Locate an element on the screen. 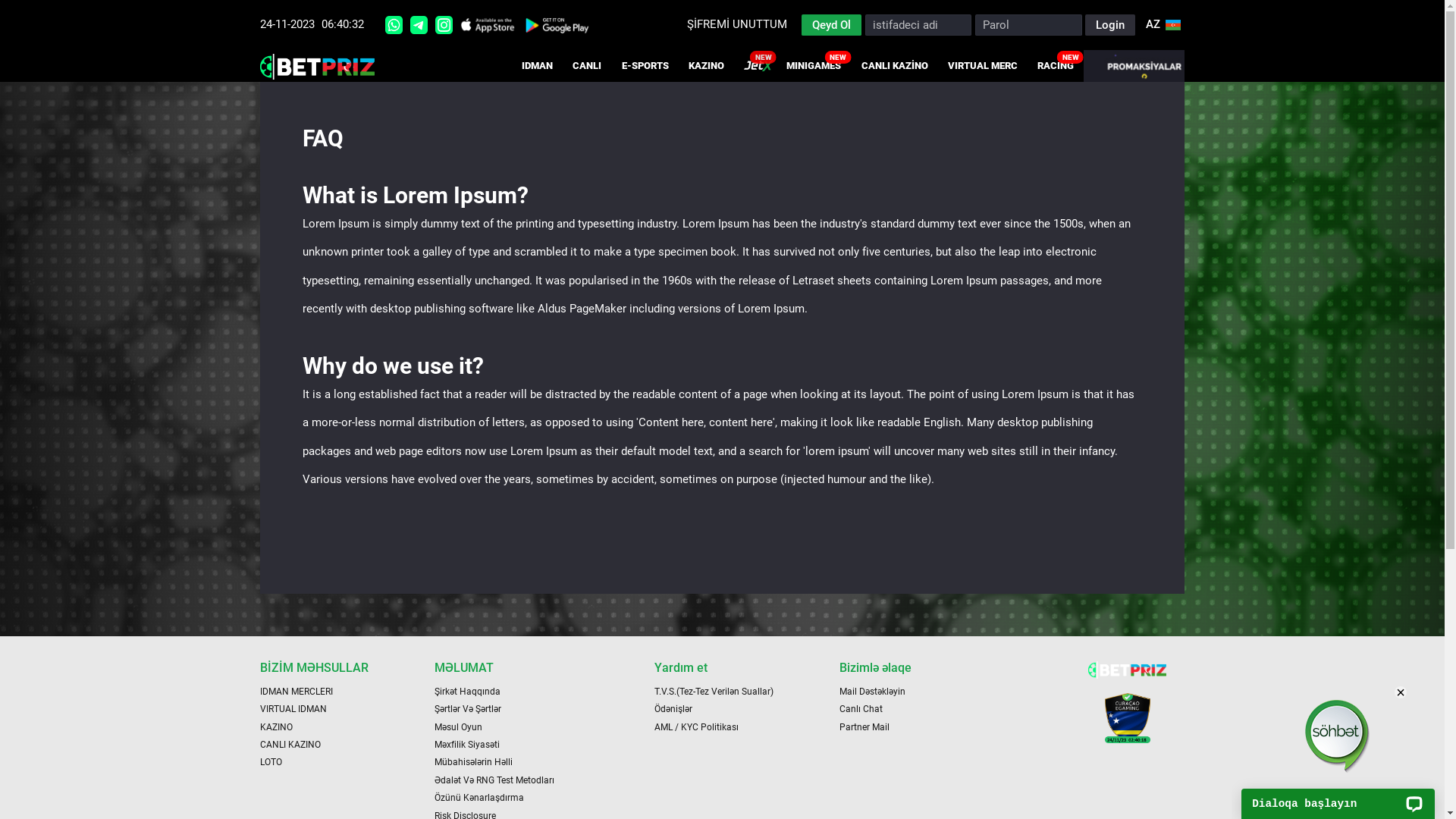 The image size is (1456, 819). 'JETX is located at coordinates (755, 65).